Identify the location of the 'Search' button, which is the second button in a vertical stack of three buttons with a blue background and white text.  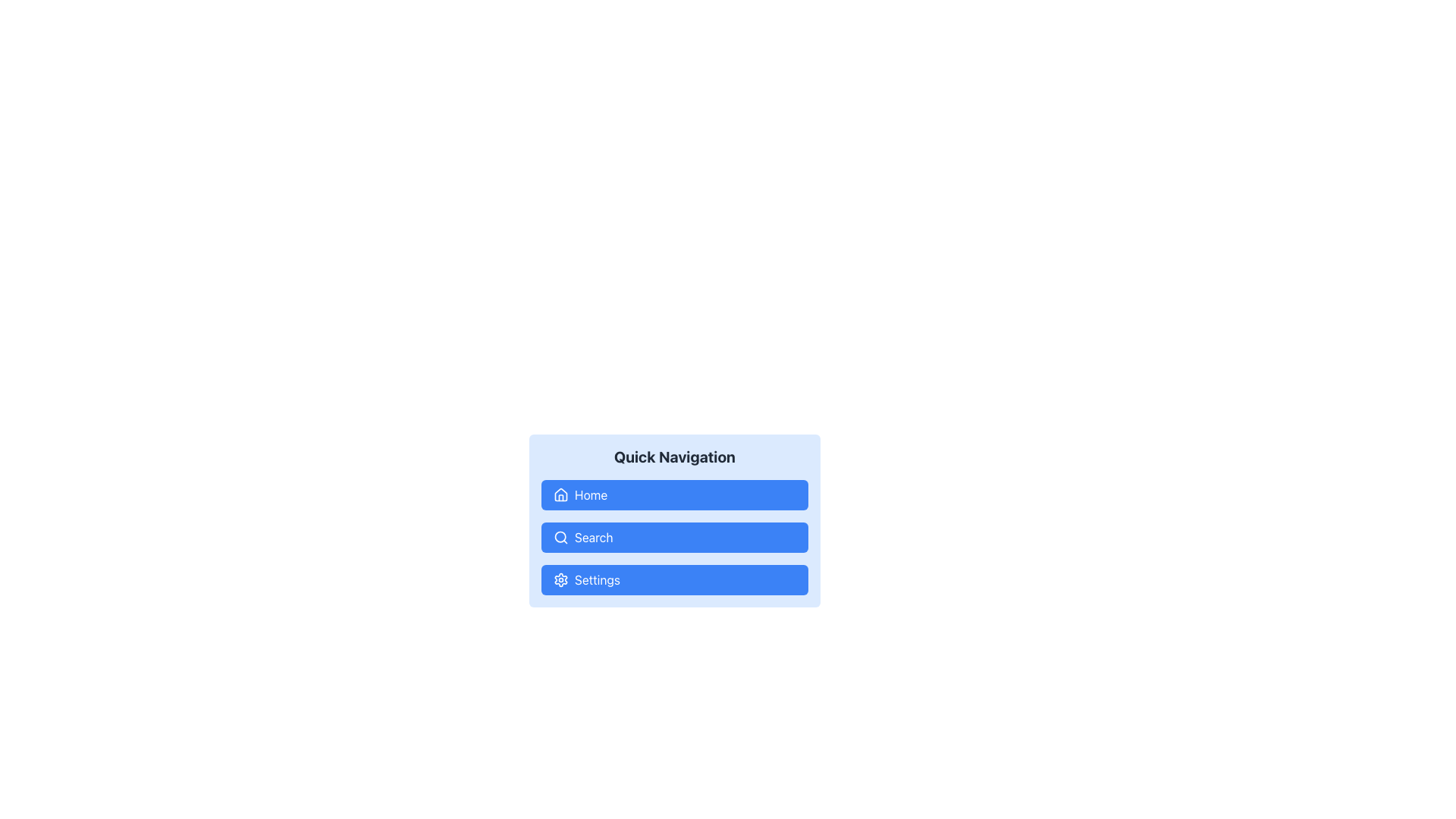
(592, 537).